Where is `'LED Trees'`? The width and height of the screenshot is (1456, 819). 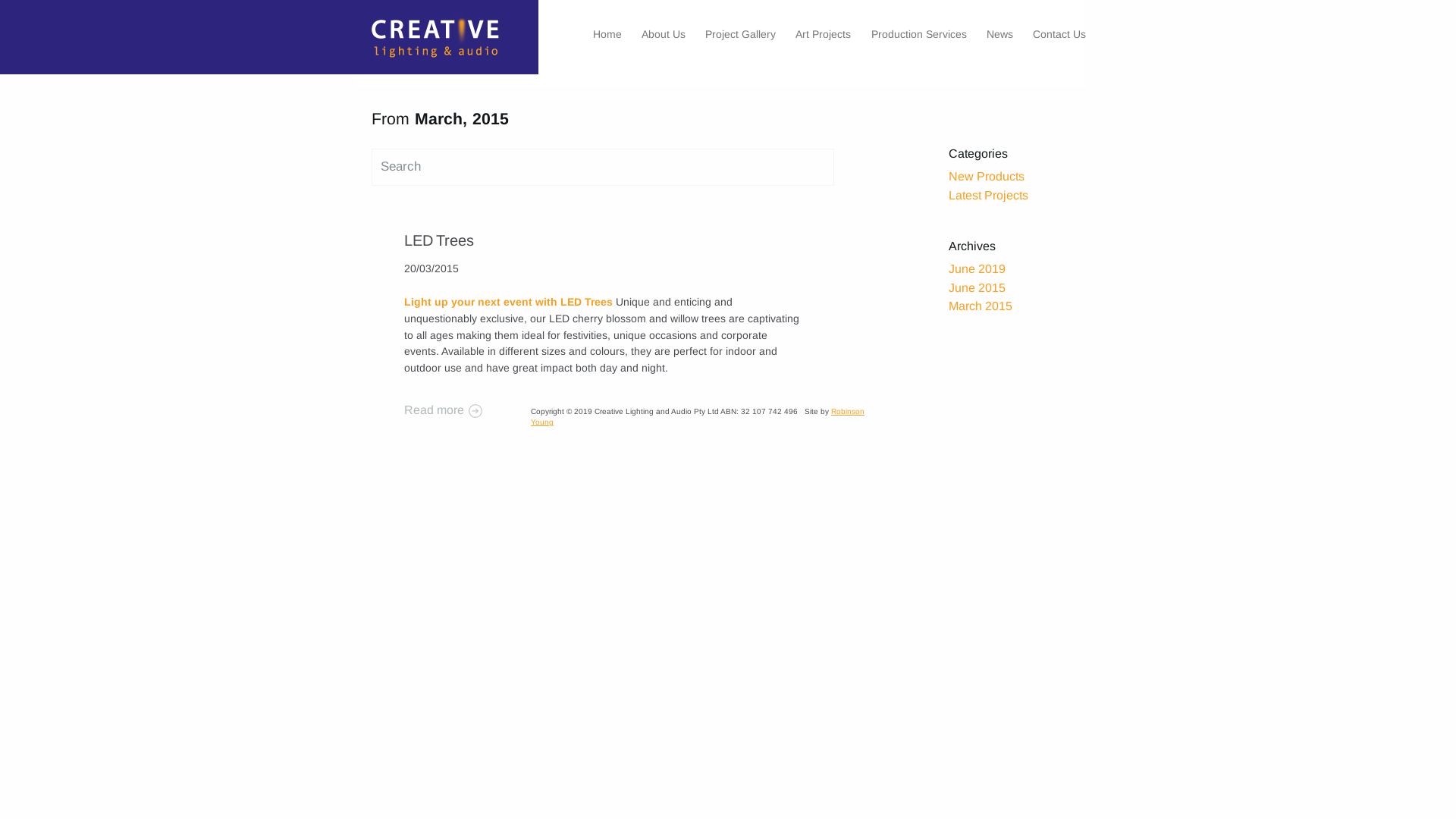 'LED Trees' is located at coordinates (438, 239).